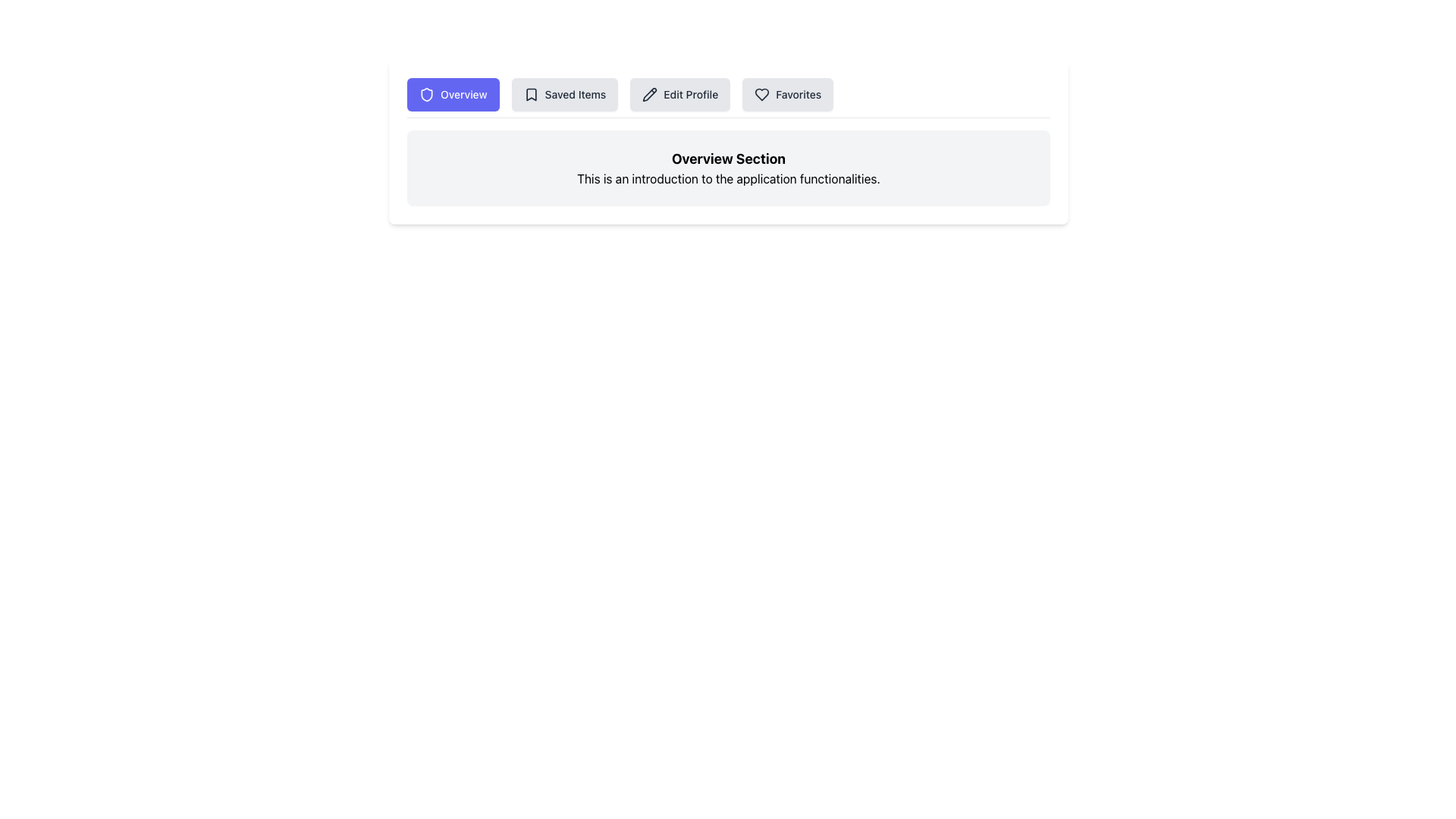 This screenshot has height=819, width=1456. I want to click on the navigation button labeled 'Saved Items', so click(563, 94).